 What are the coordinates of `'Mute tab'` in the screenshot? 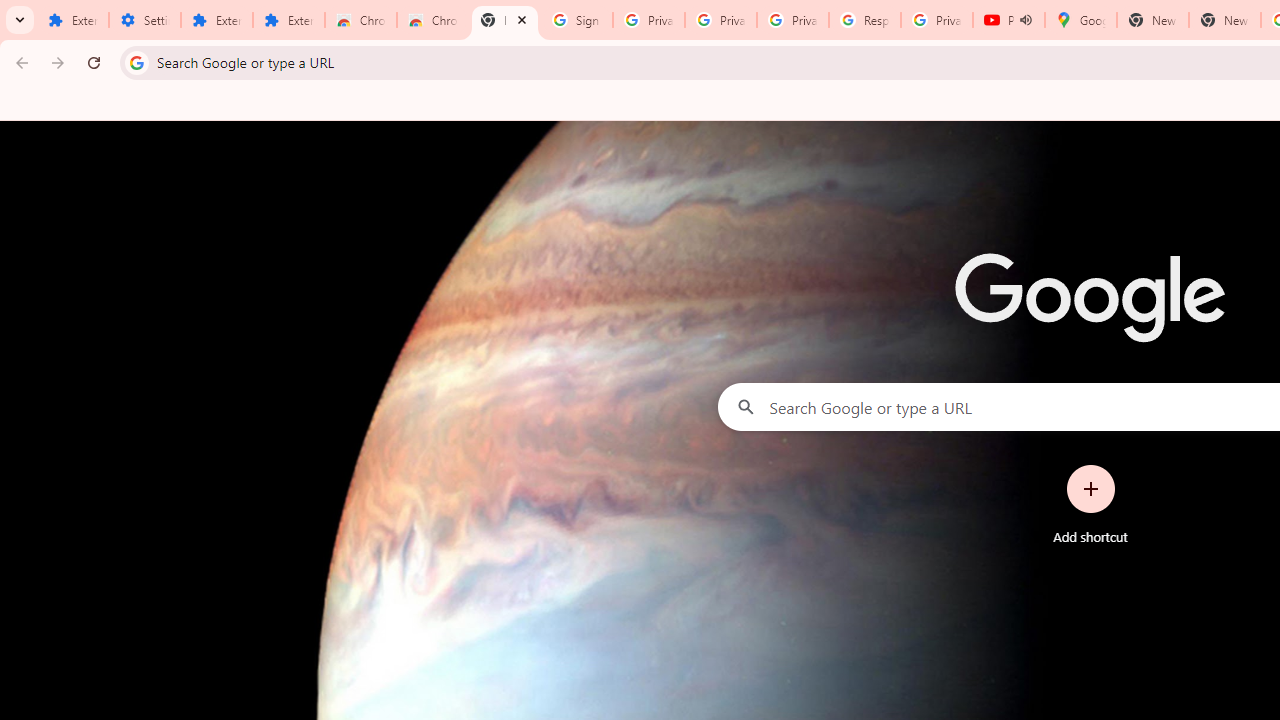 It's located at (1025, 20).